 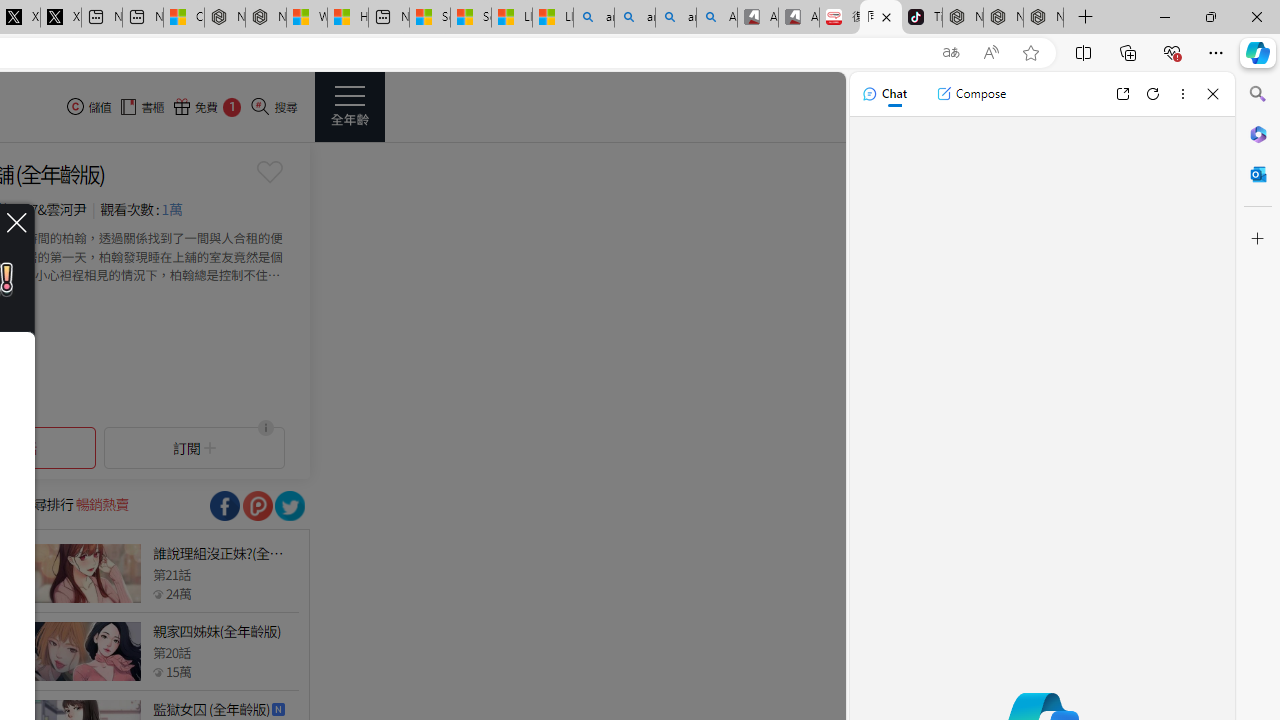 I want to click on 'Add this page to favorites (Ctrl+D)', so click(x=1031, y=52).